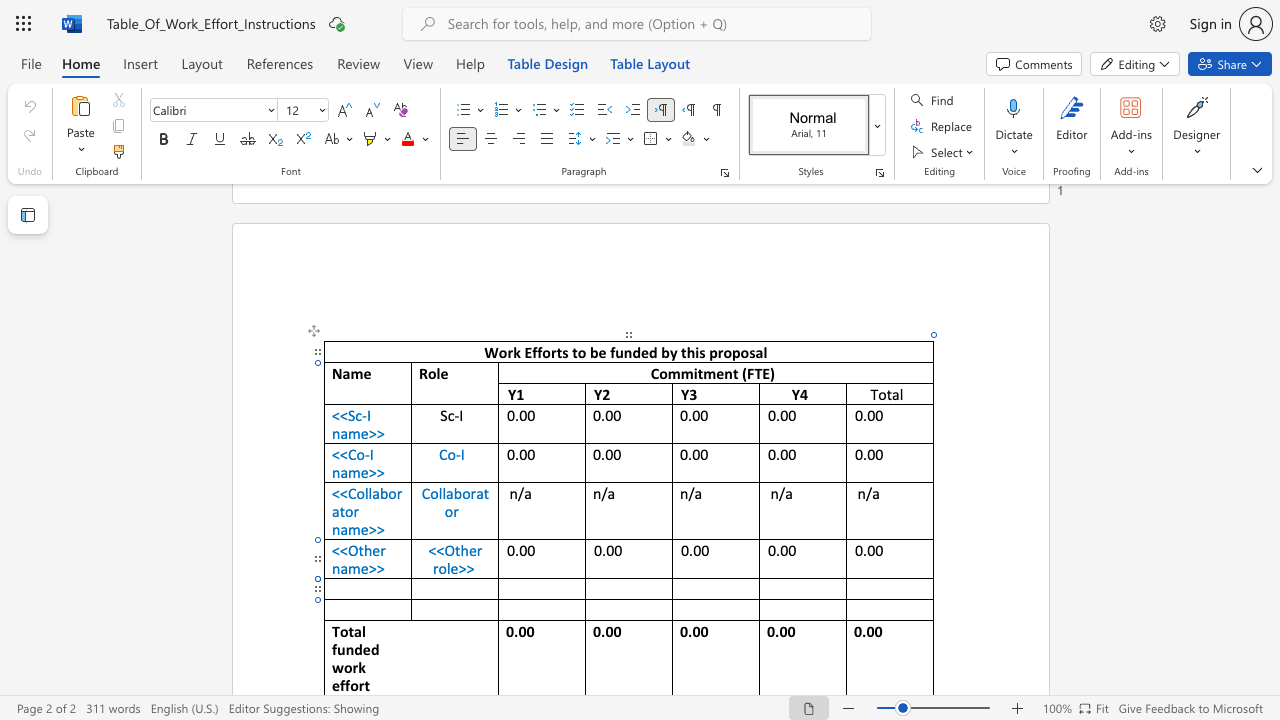  Describe the element at coordinates (343, 667) in the screenshot. I see `the space between the continuous character "w" and "o" in the text` at that location.